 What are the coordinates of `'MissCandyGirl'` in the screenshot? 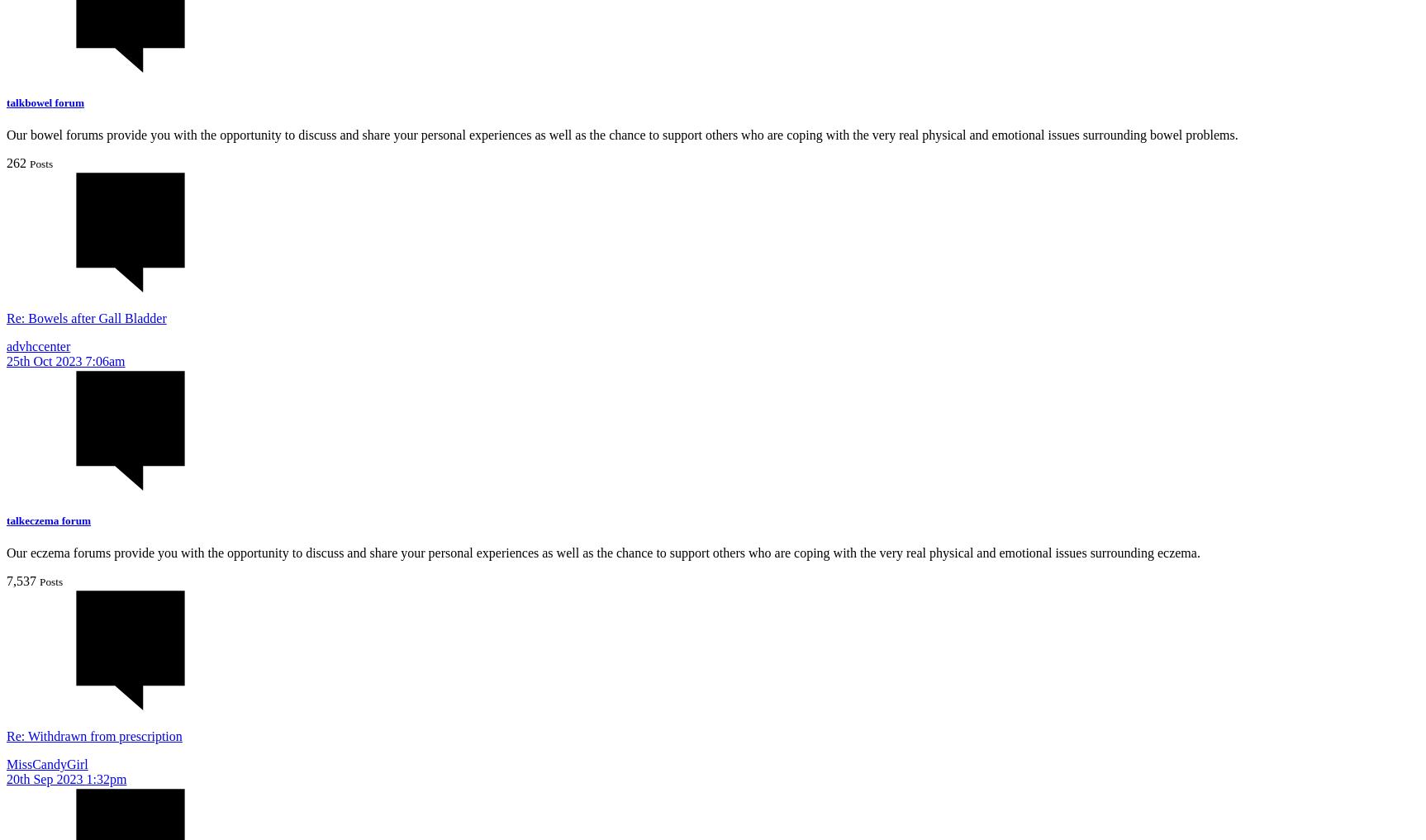 It's located at (46, 763).